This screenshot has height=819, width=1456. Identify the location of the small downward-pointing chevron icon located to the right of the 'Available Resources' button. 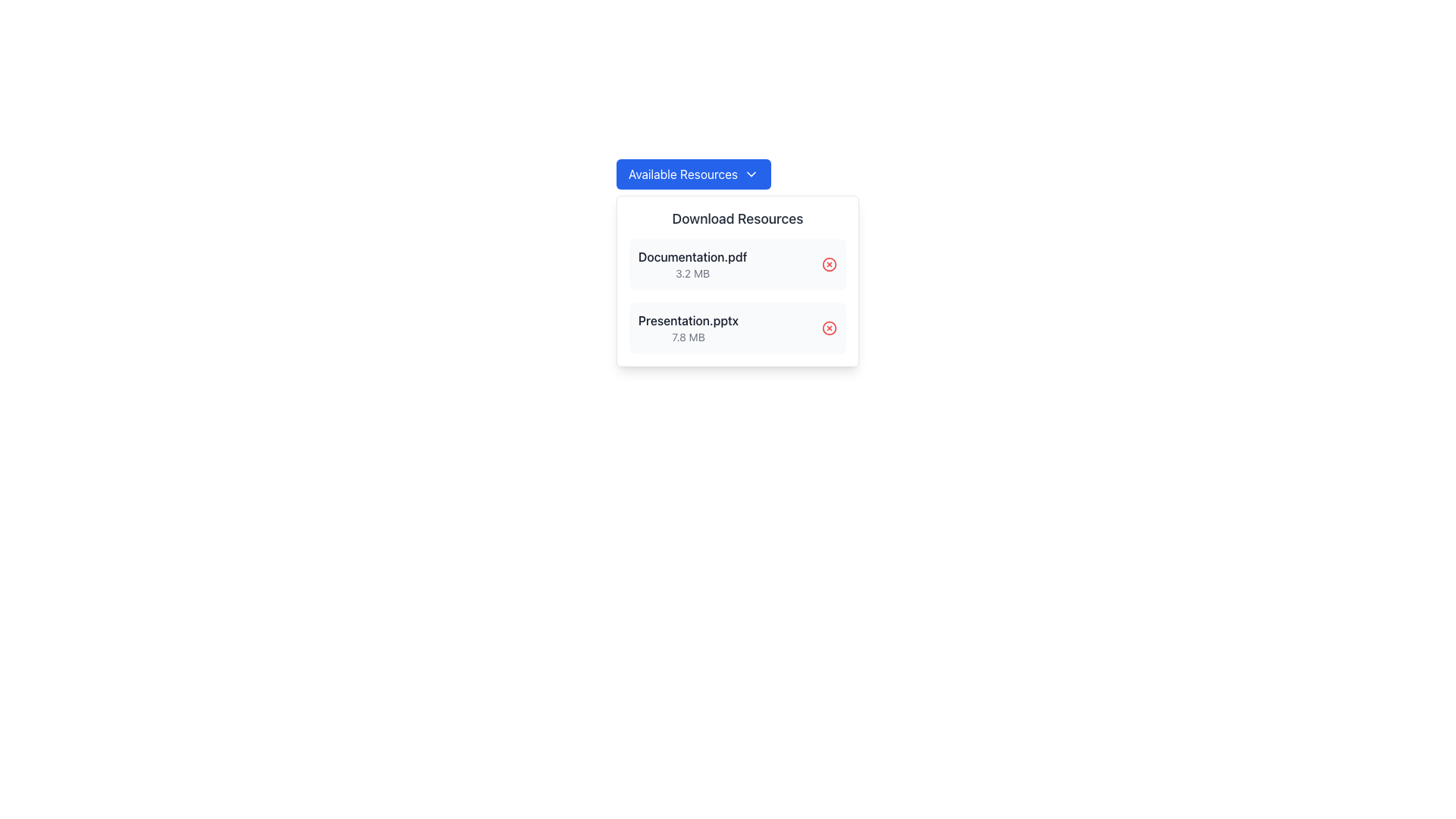
(752, 174).